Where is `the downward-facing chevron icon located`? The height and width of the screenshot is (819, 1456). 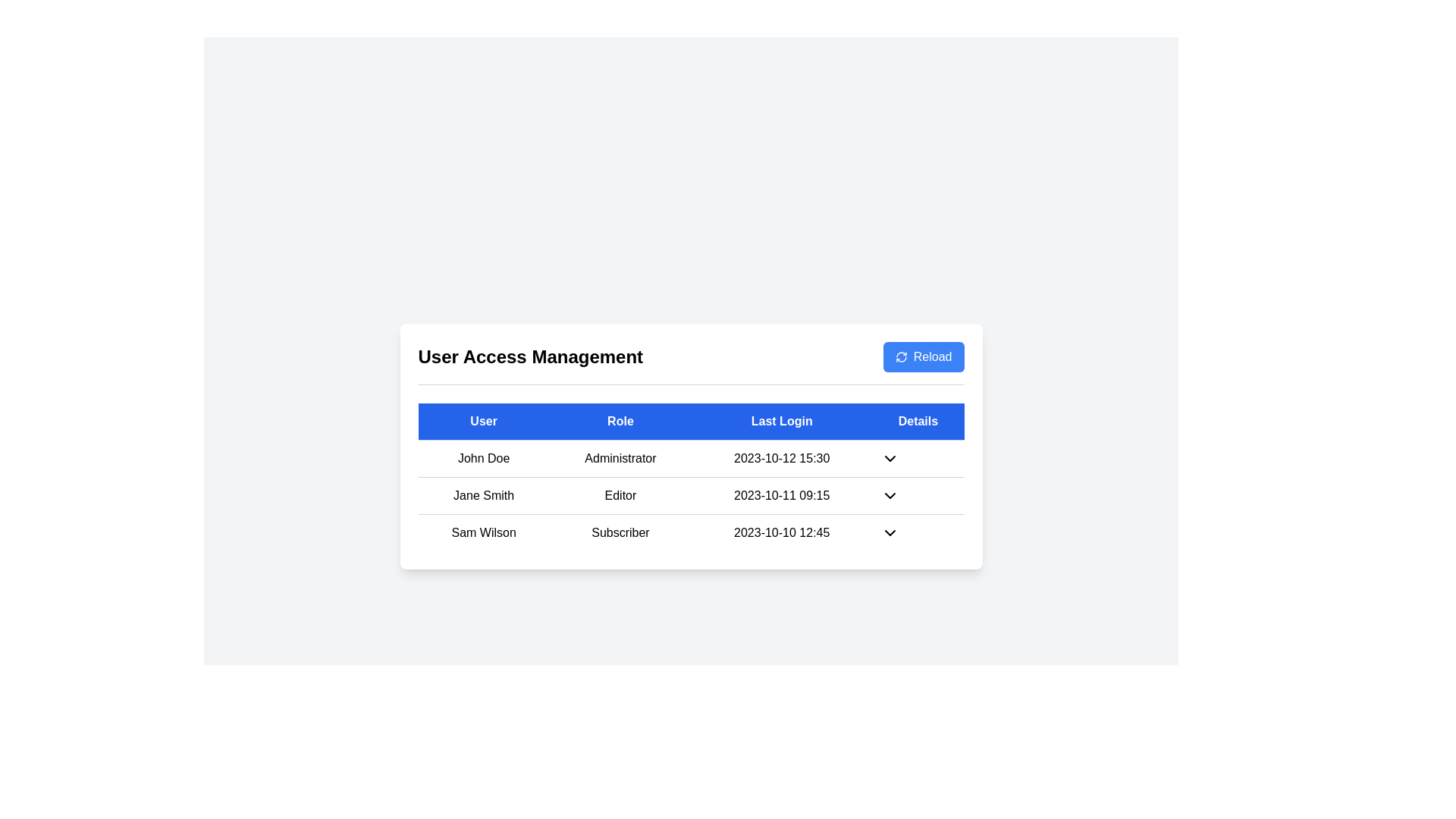
the downward-facing chevron icon located is located at coordinates (890, 496).